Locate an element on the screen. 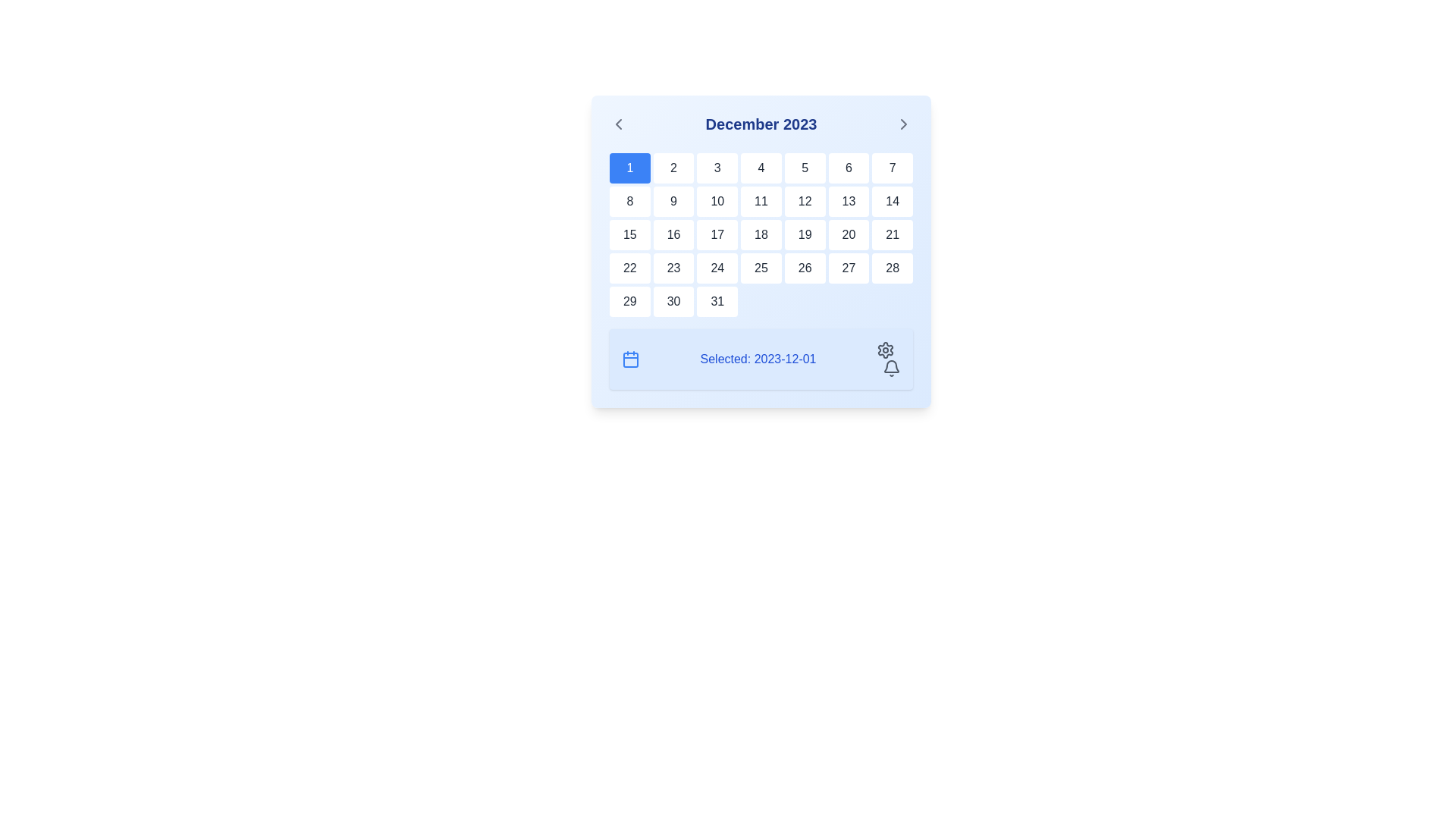  the left navigation button represented as an arrow in the calendar header is located at coordinates (619, 124).